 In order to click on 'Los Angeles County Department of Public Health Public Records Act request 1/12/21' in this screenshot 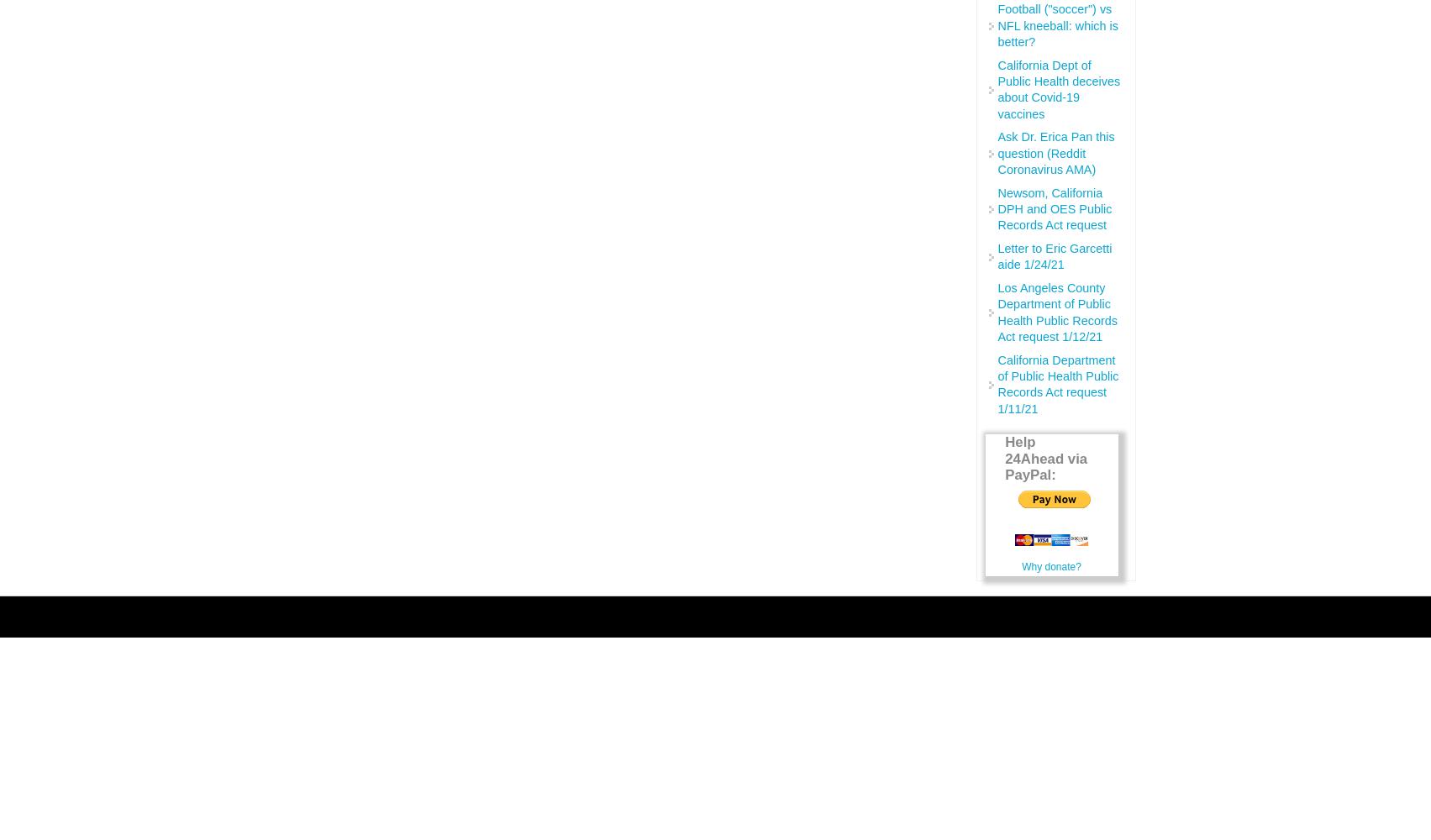, I will do `click(1056, 311)`.